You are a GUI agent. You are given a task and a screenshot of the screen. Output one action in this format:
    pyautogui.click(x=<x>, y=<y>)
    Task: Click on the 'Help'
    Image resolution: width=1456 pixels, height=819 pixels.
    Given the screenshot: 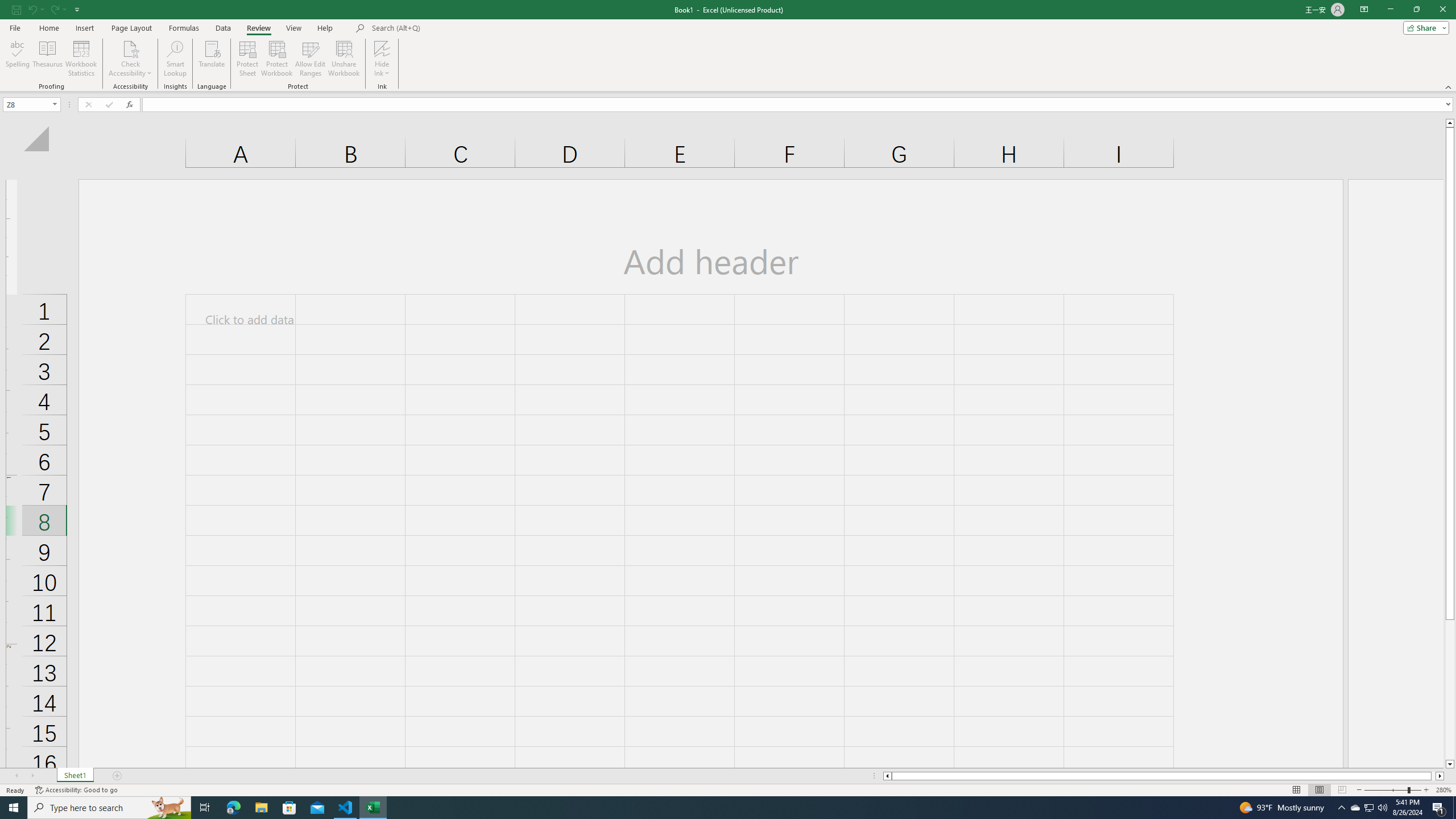 What is the action you would take?
    pyautogui.click(x=325, y=28)
    